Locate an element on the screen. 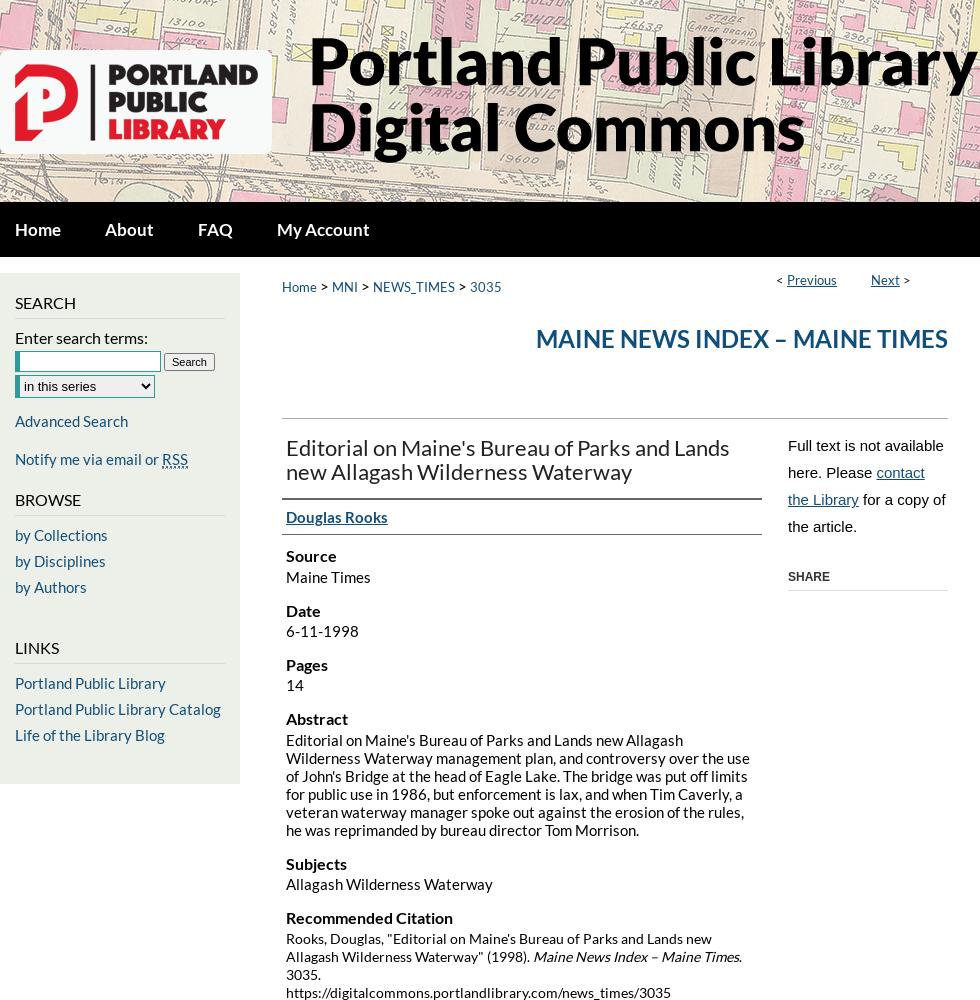 The height and width of the screenshot is (1000, 980). 'Editorial on Maine's Bureau of Parks and Lands new Allagash Wilderness Waterway management plan, and controversy over the use of John's Bridge at the head of Eagle Lake. The bridge was put off limits for public use in 1986, but enforcement is lax, and when Tim Caverly, a veteran waterway manager spoke out against the erosion of the rules, he was reprimanded by bureau director Tom Morrison.' is located at coordinates (518, 784).